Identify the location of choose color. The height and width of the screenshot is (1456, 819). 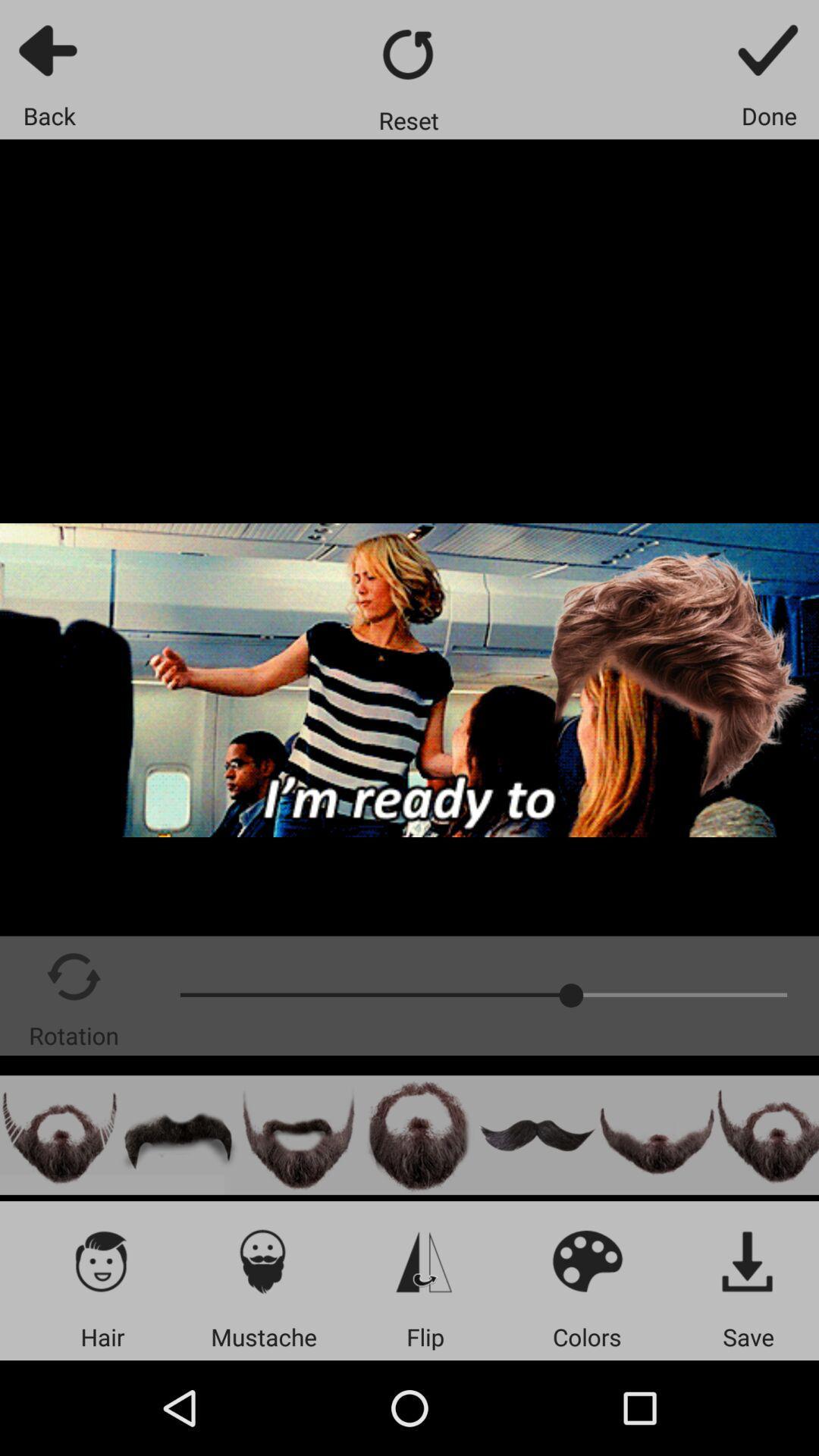
(586, 1260).